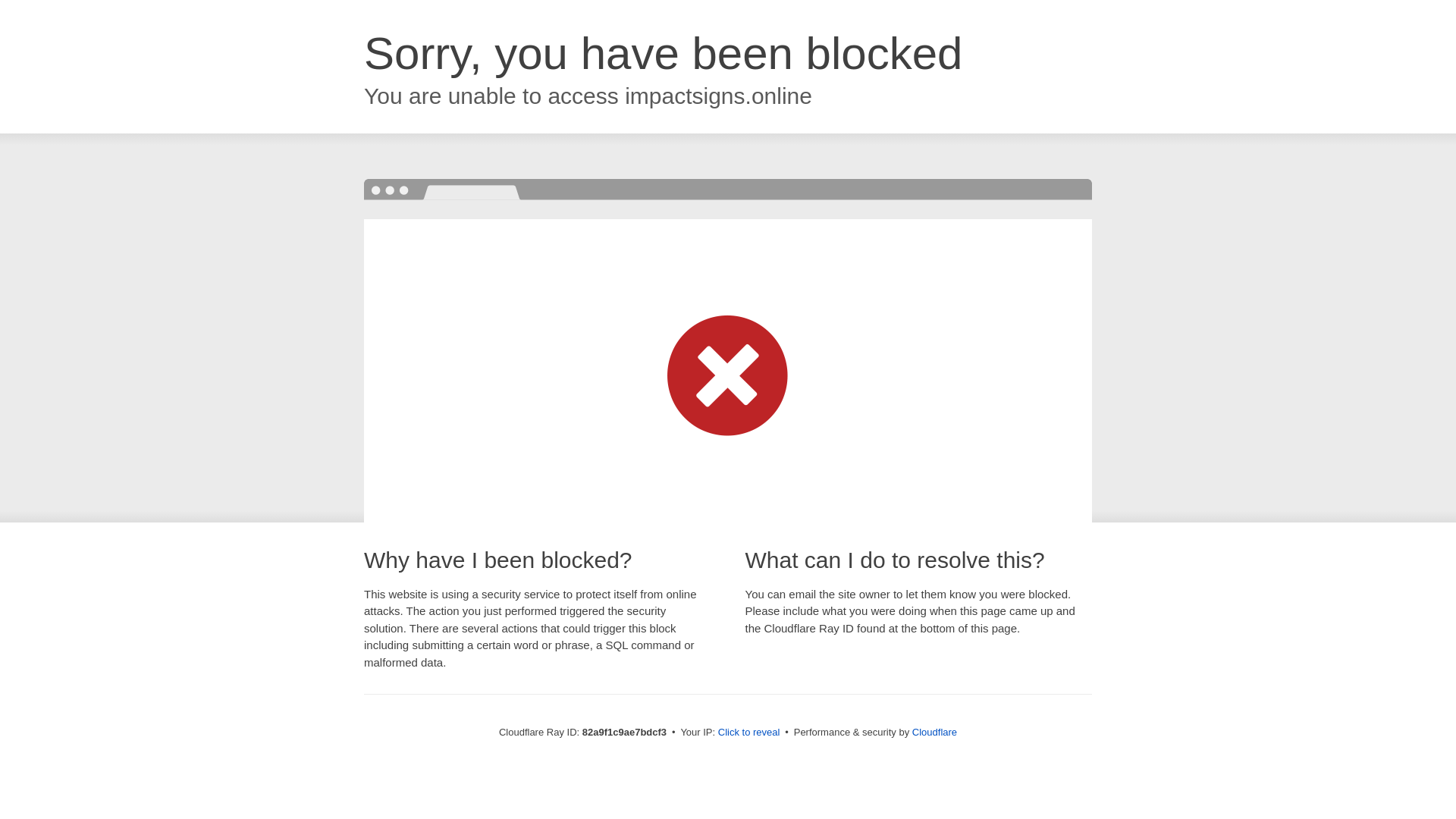 This screenshot has height=819, width=1456. I want to click on 'Click to reveal', so click(749, 731).